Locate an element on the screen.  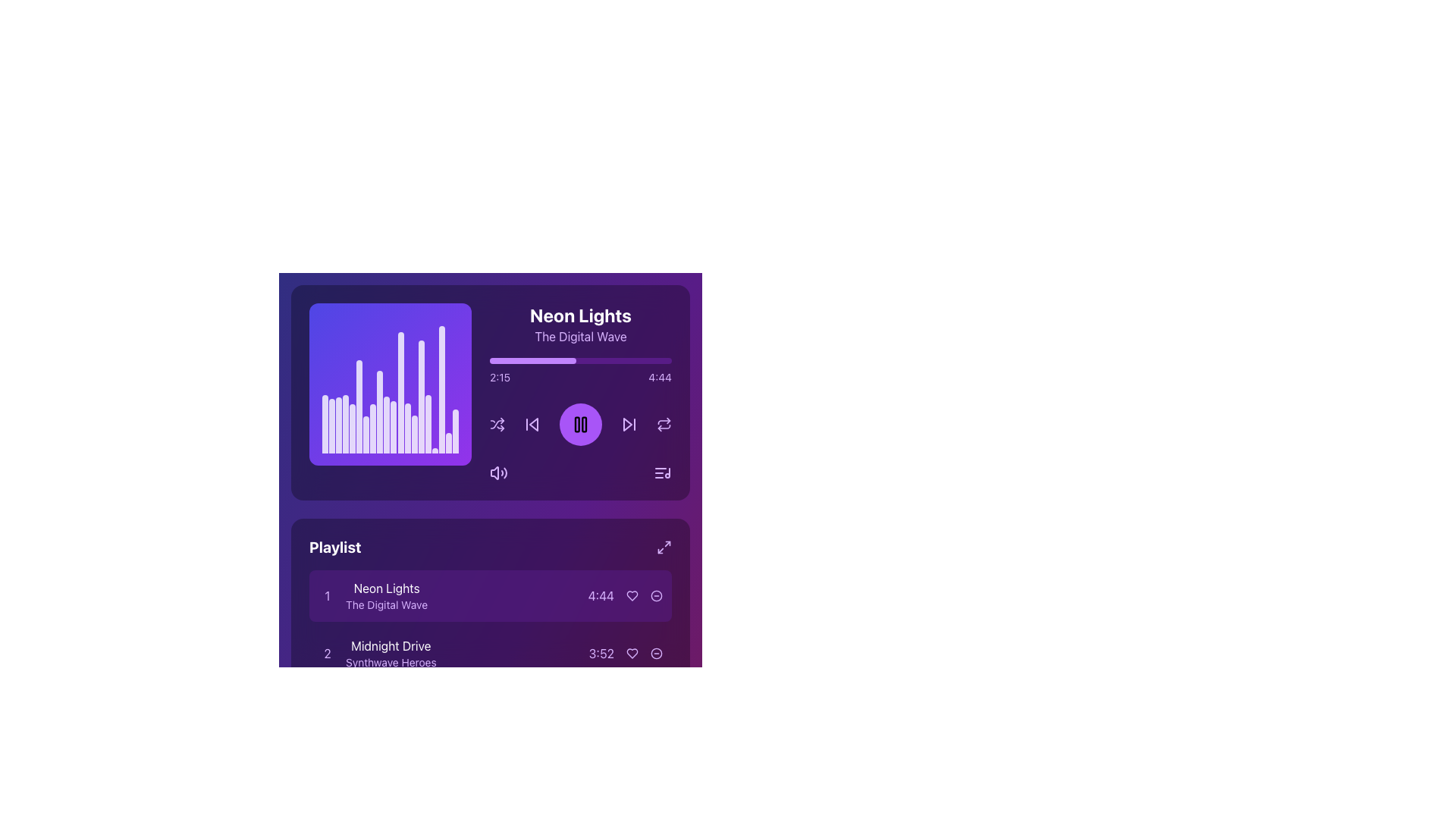
the progress is located at coordinates (502, 360).